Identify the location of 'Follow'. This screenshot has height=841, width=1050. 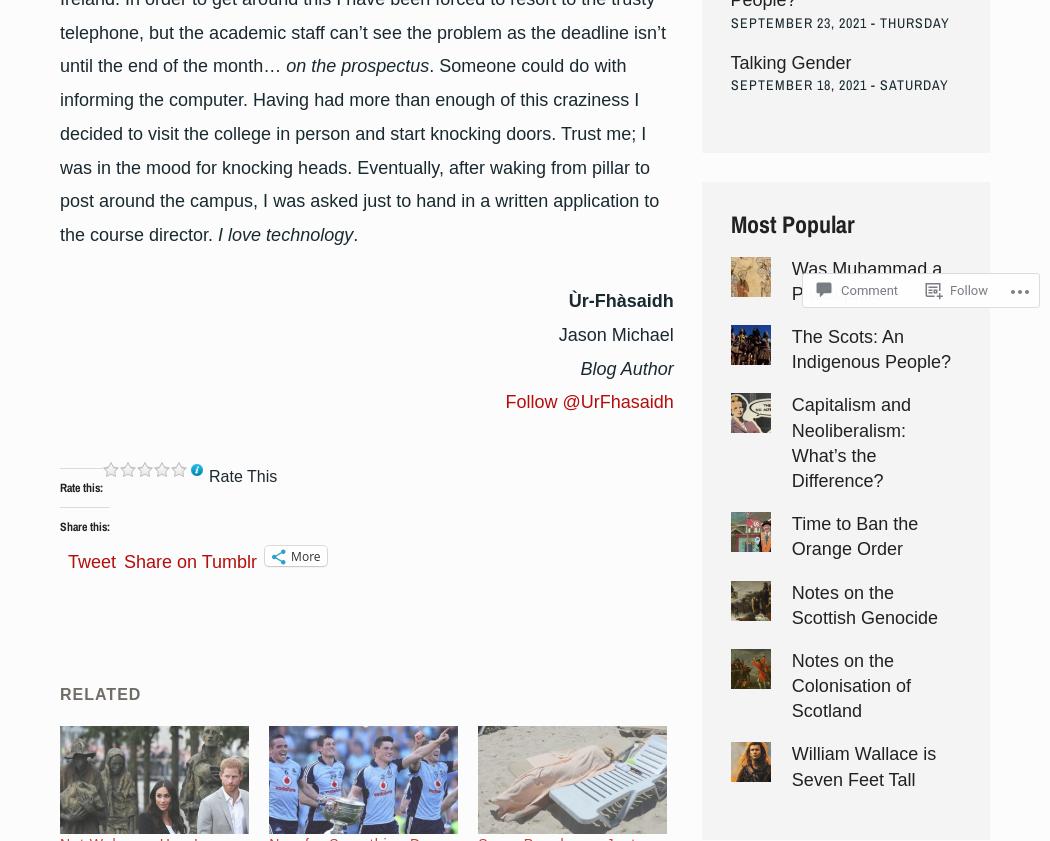
(949, 289).